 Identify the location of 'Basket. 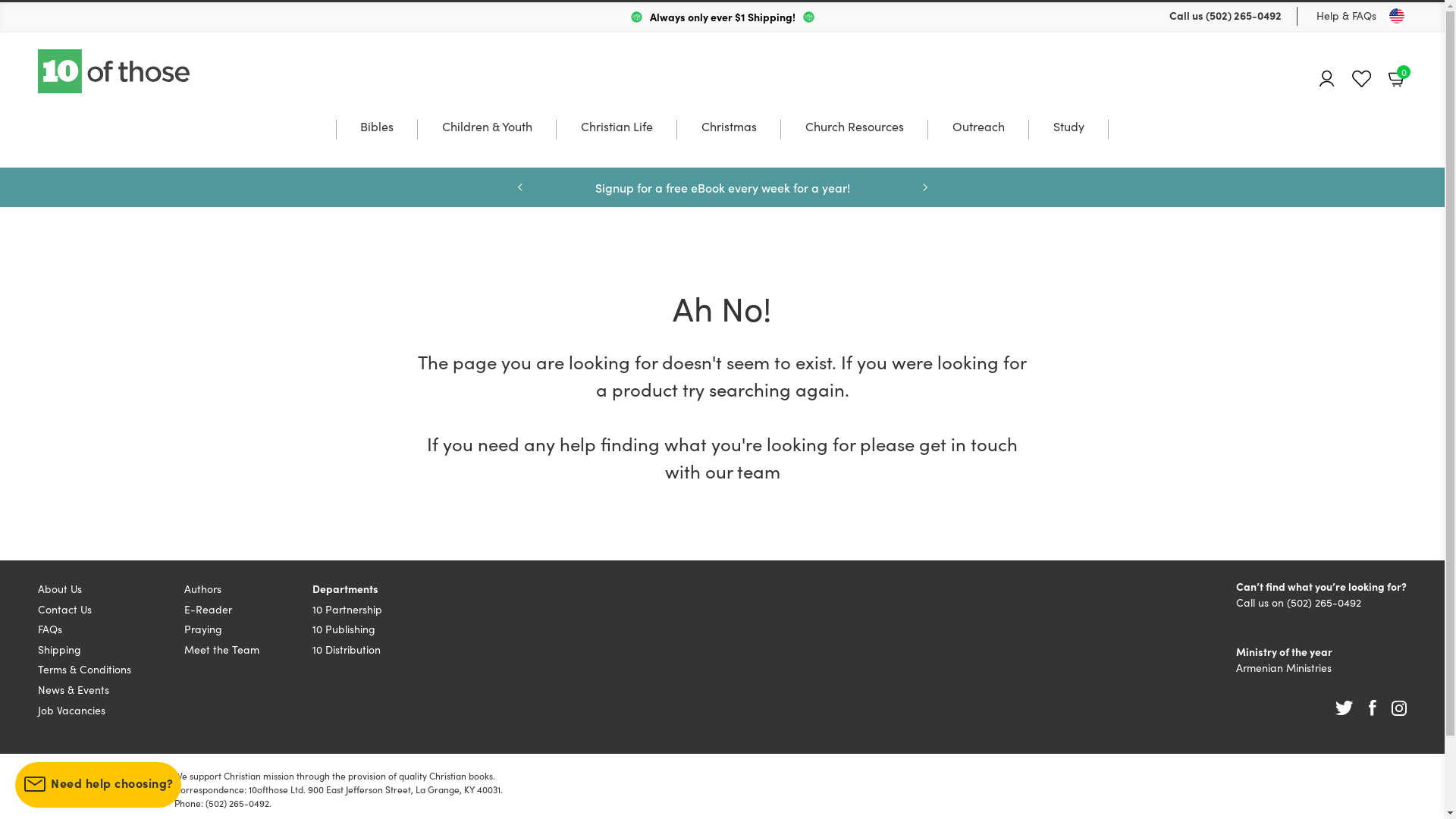
(1397, 78).